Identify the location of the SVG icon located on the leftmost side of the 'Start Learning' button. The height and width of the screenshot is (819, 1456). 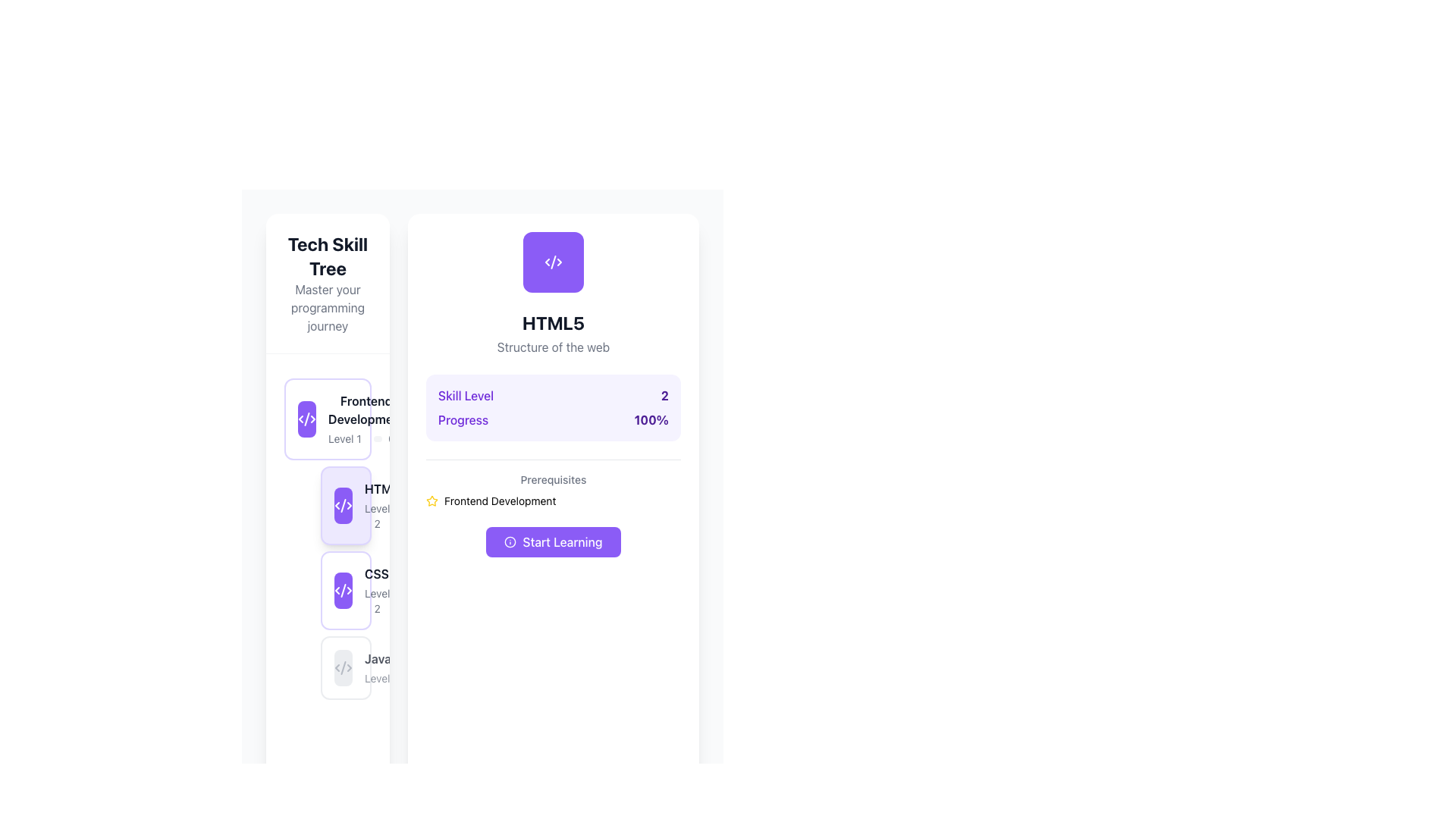
(510, 541).